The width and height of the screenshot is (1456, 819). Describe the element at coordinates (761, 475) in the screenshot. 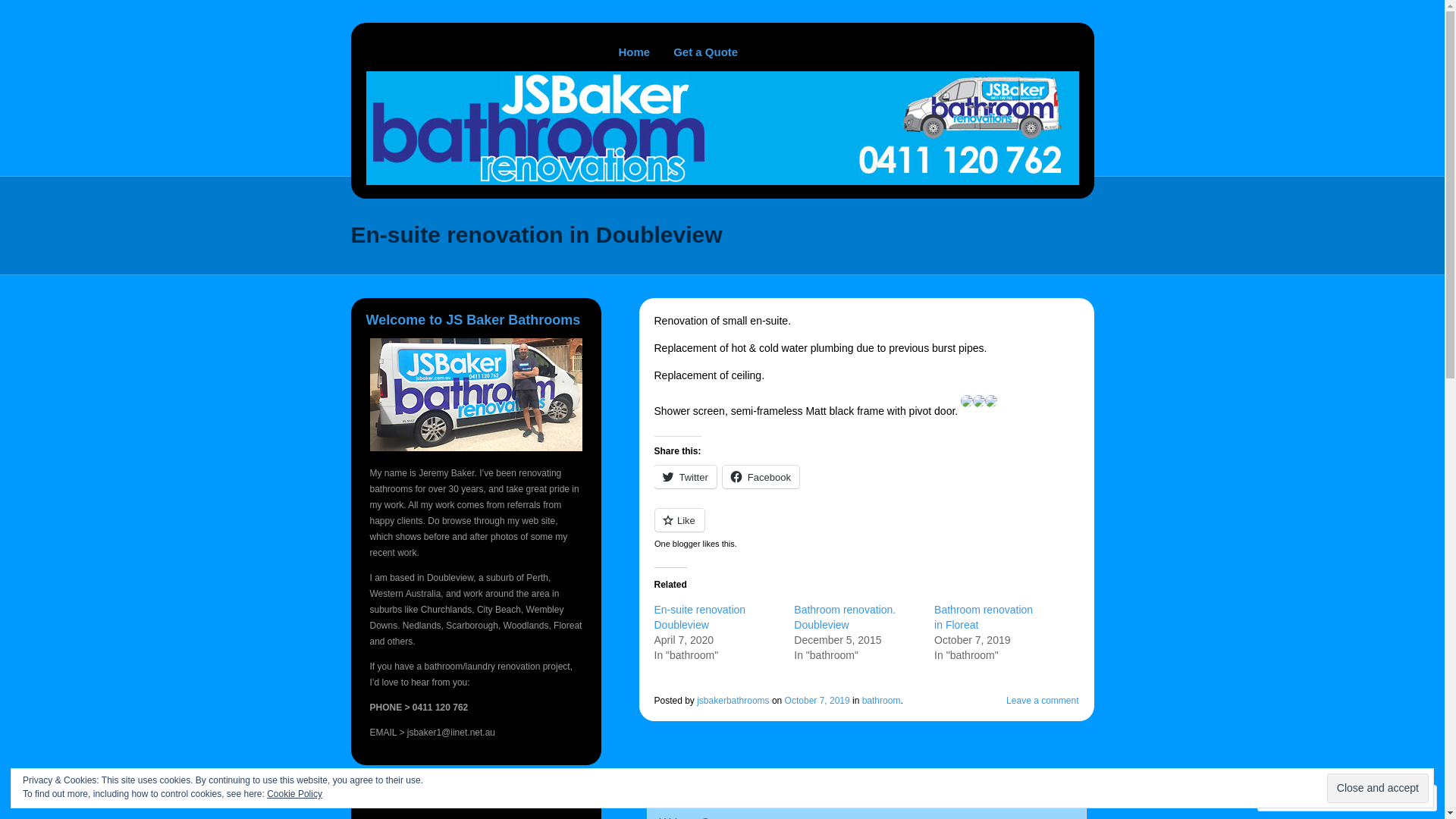

I see `'Facebook'` at that location.